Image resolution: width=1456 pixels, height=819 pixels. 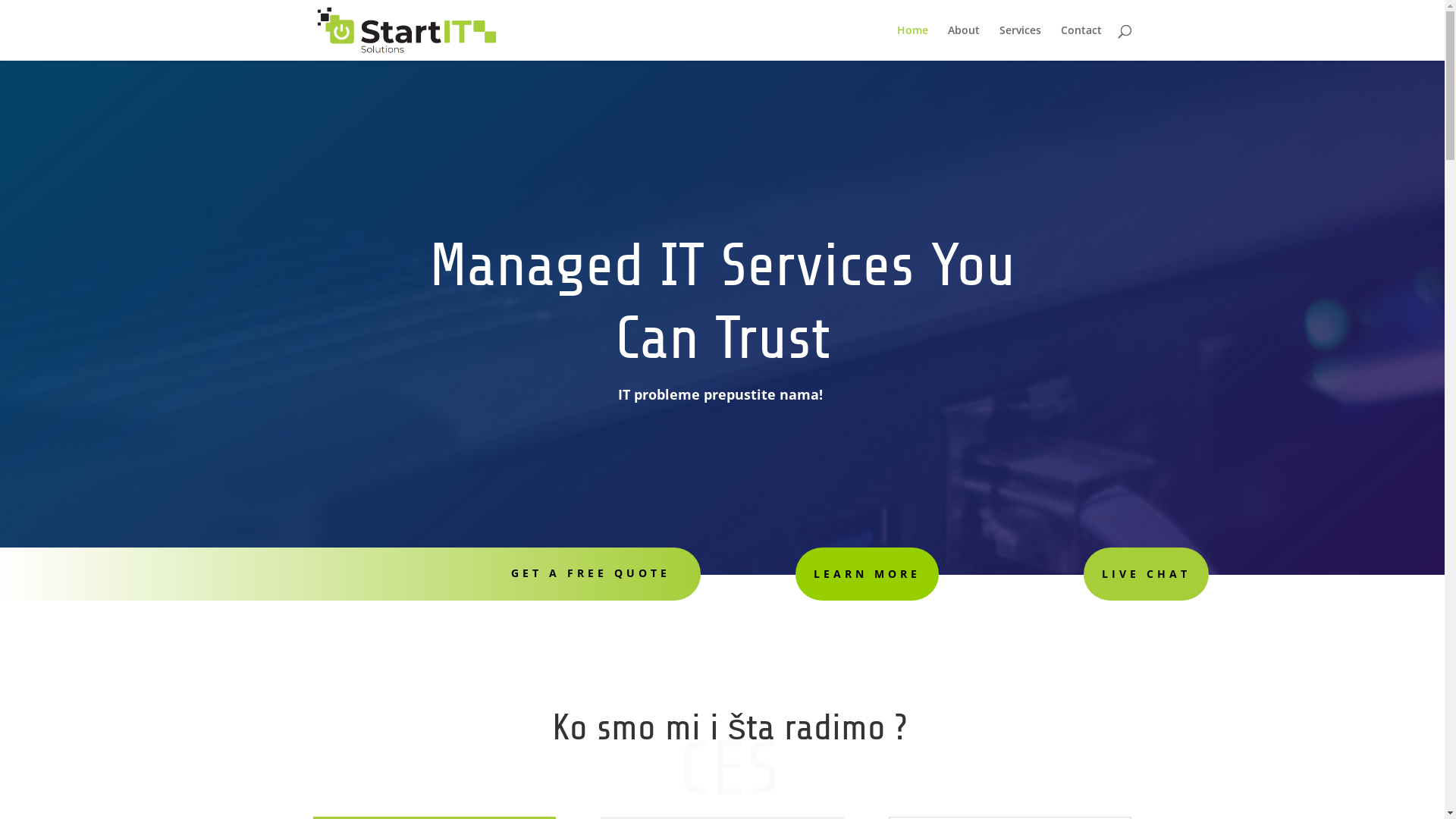 I want to click on 'Home', so click(x=896, y=42).